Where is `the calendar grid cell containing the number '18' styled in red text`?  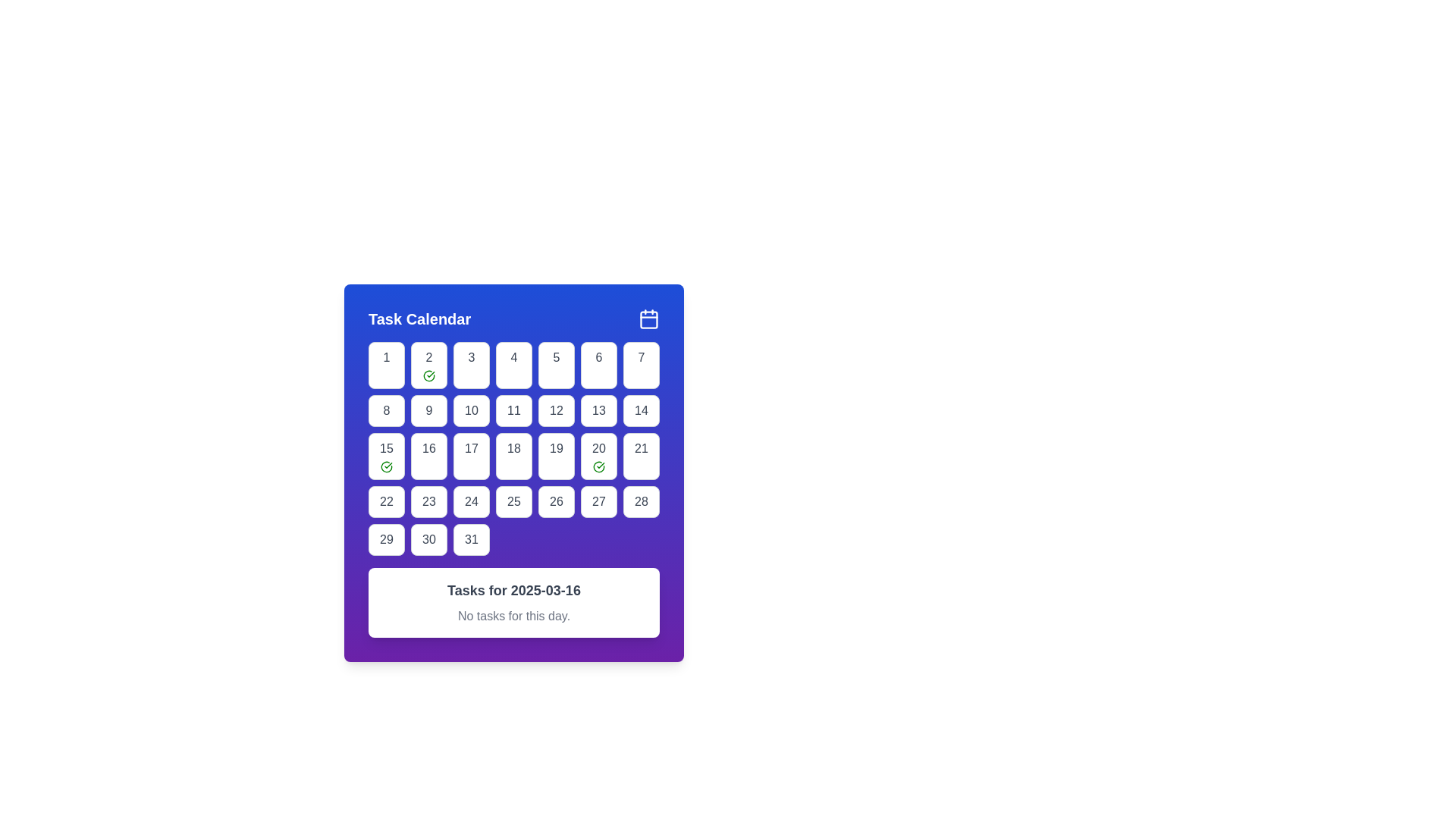 the calendar grid cell containing the number '18' styled in red text is located at coordinates (513, 447).